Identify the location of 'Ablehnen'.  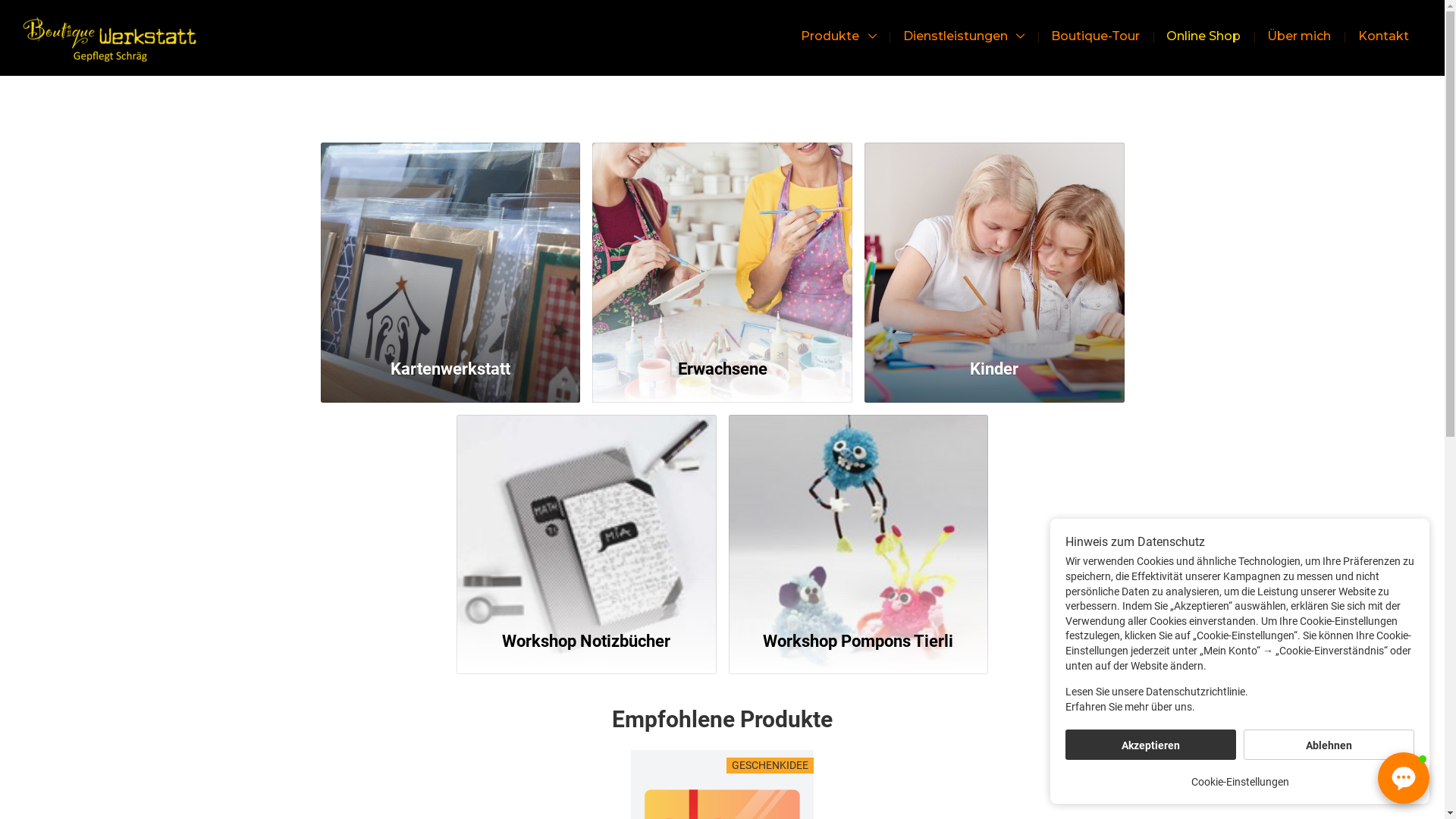
(1328, 744).